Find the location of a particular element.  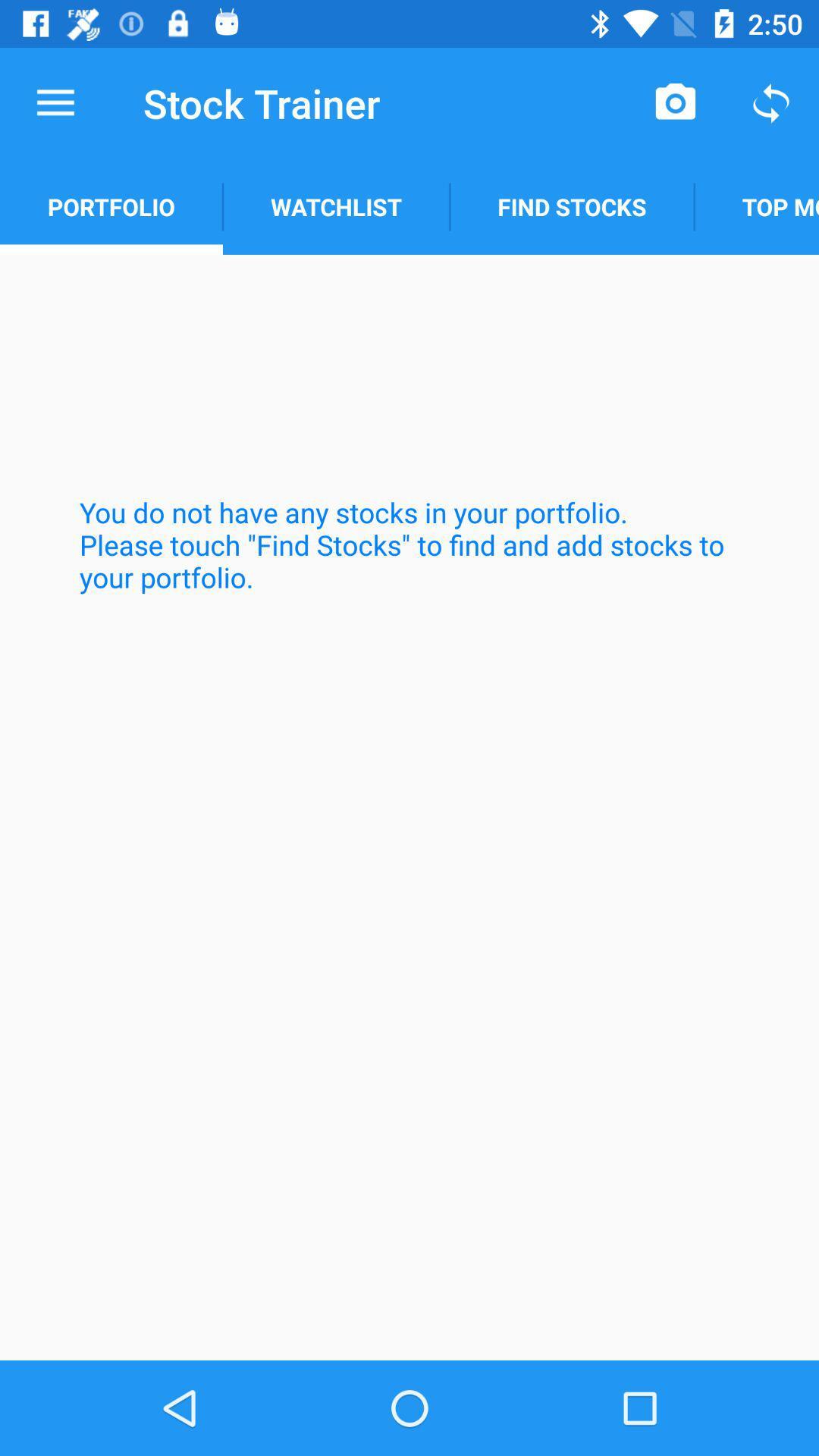

the item next to find stocks item is located at coordinates (335, 206).